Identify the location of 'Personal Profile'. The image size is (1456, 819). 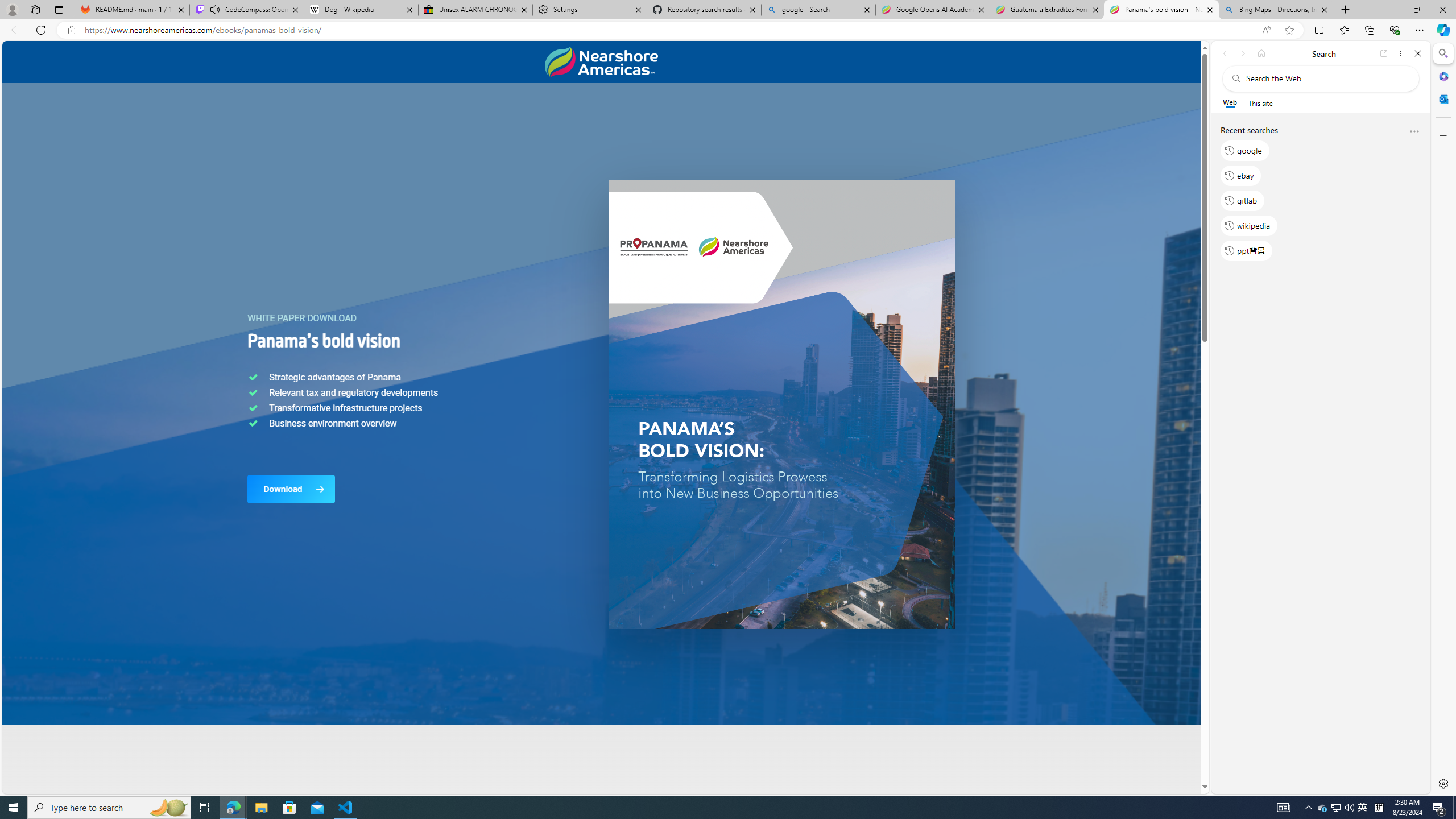
(11, 9).